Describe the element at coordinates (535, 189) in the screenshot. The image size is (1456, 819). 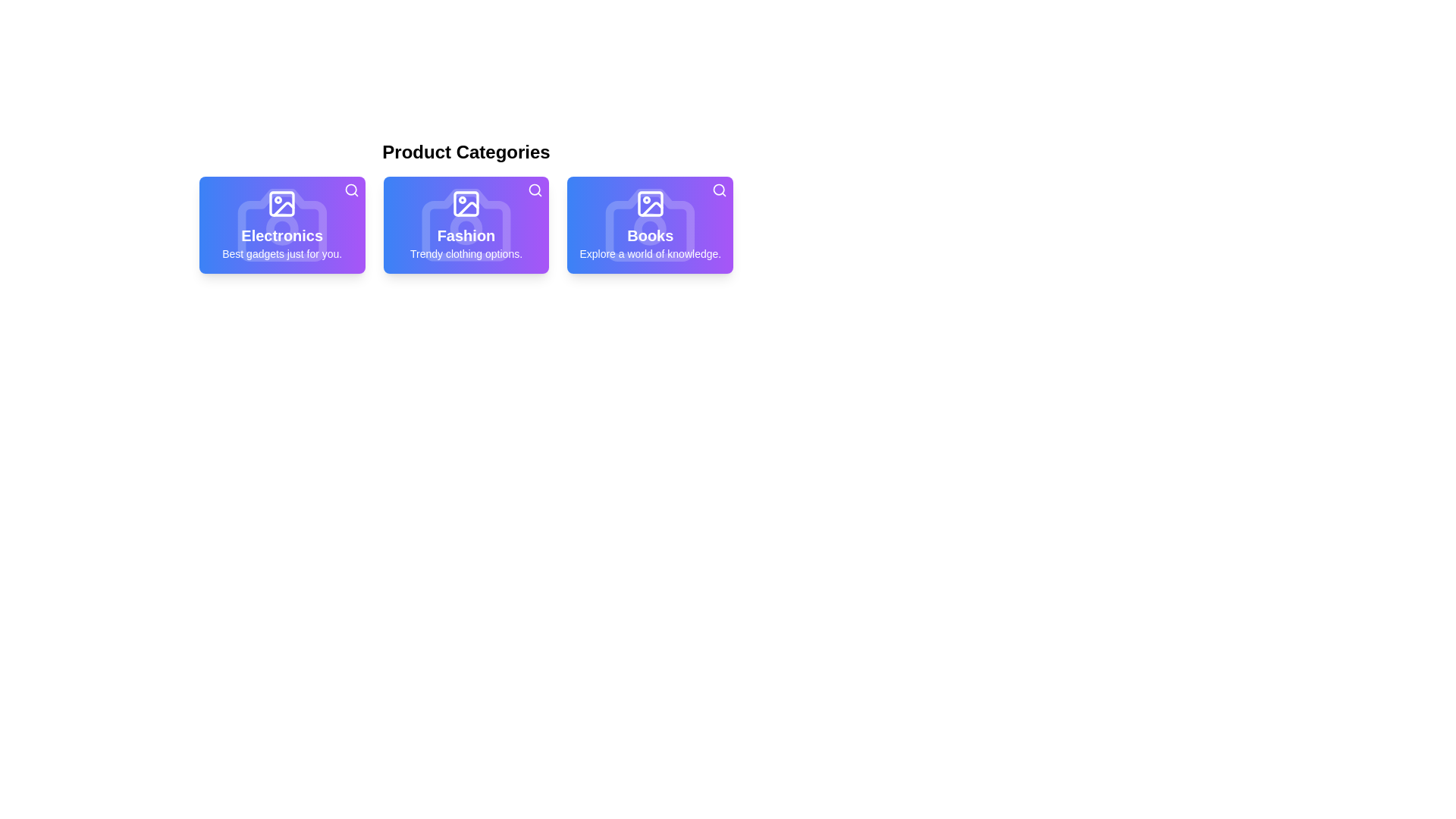
I see `the circular icon representing a magnifying glass located in the top-right corner of the 'Fashion' card` at that location.